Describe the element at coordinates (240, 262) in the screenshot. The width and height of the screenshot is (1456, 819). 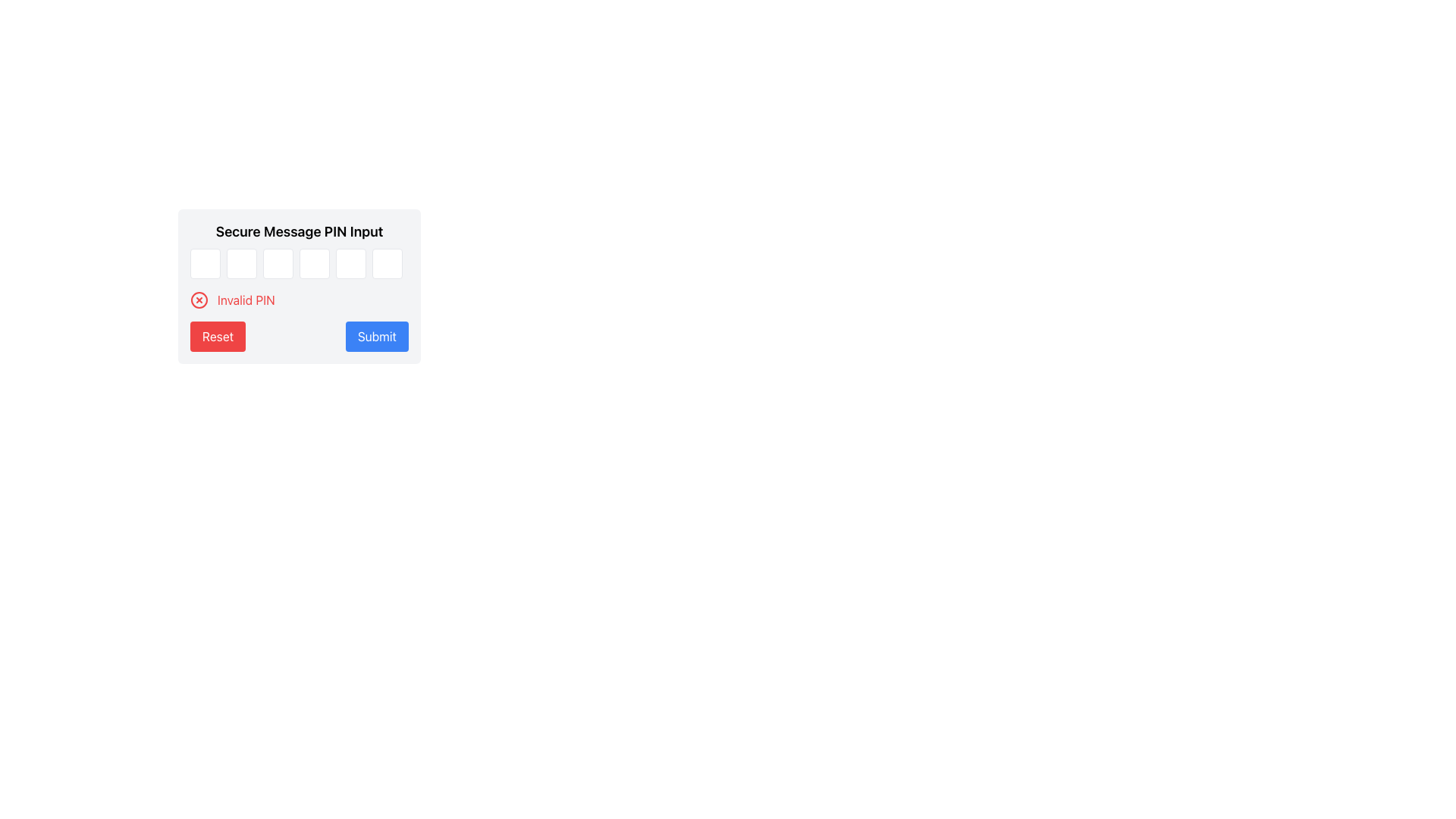
I see `inside the second input field for secure PIN entry to focus on it` at that location.